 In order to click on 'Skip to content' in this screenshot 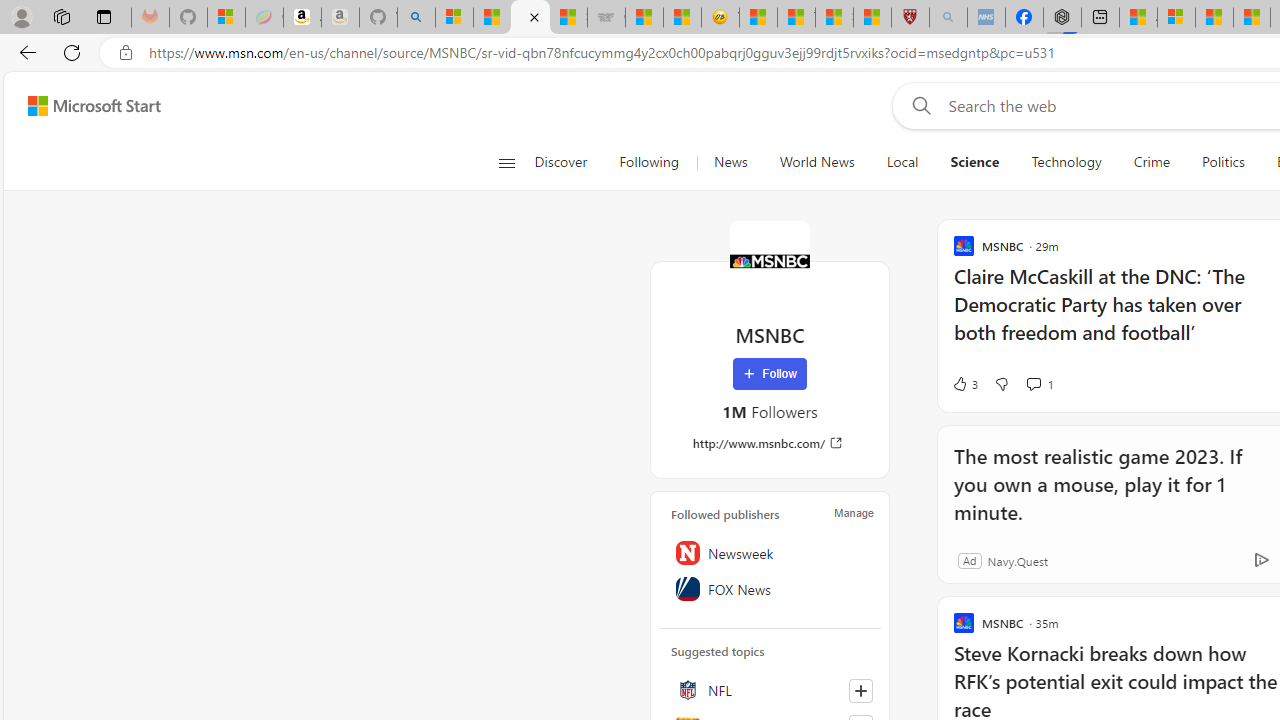, I will do `click(86, 105)`.